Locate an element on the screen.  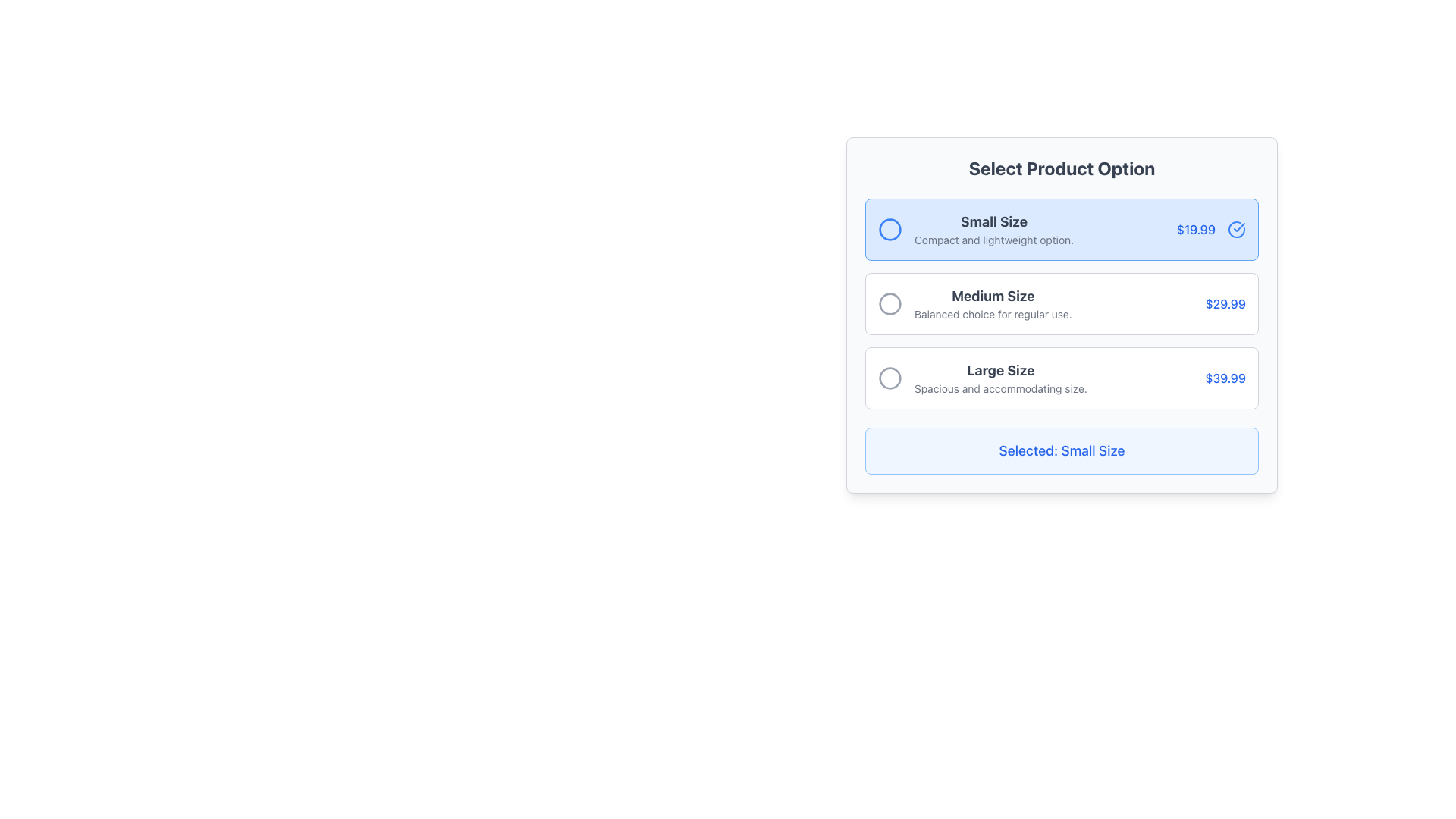
the 'Medium Size' option selector card is located at coordinates (1061, 304).